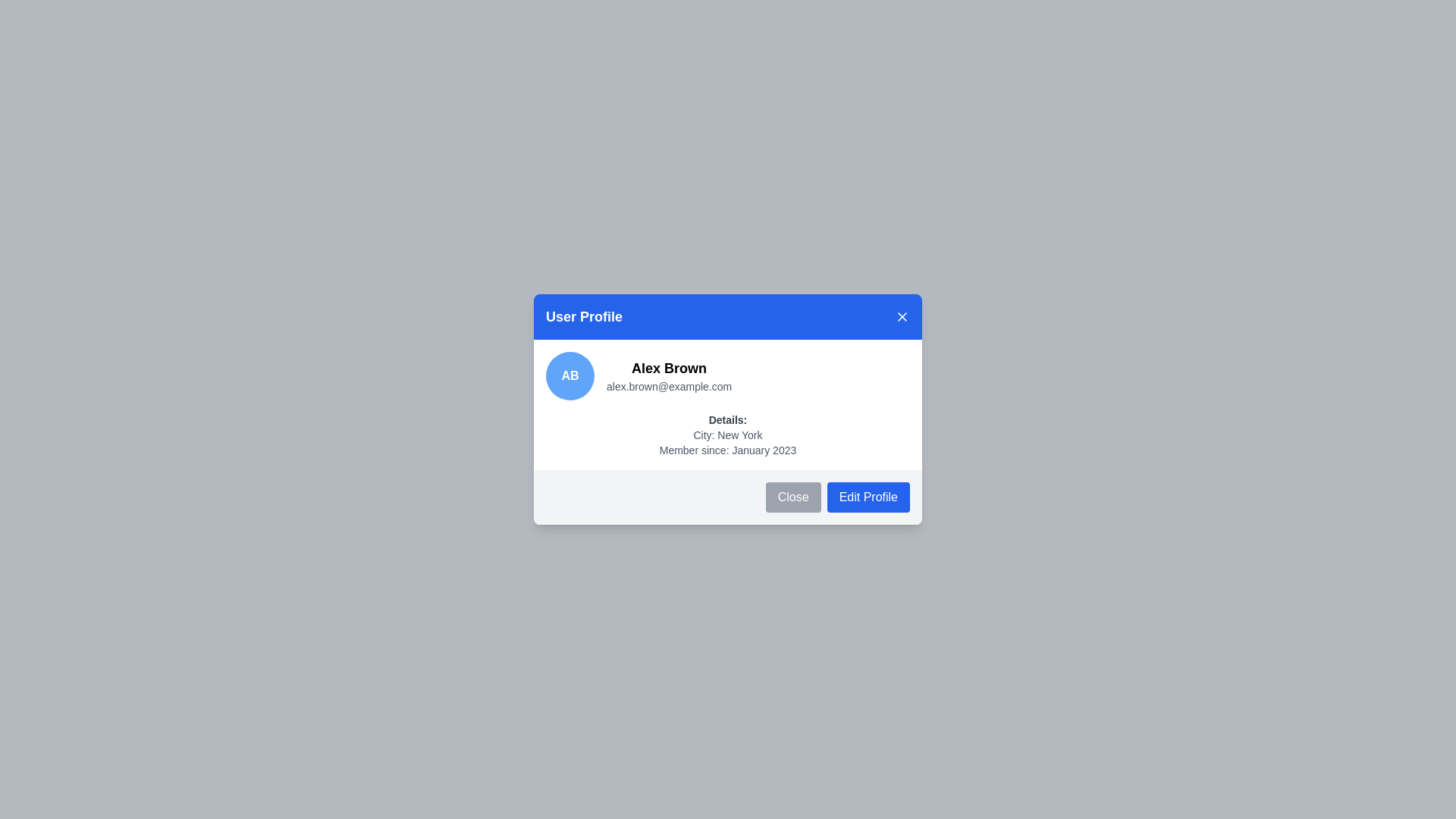 The height and width of the screenshot is (819, 1456). I want to click on the Static Text Label displaying 'Details:' which is positioned at the top of the user information section in the user profile card, so click(728, 420).